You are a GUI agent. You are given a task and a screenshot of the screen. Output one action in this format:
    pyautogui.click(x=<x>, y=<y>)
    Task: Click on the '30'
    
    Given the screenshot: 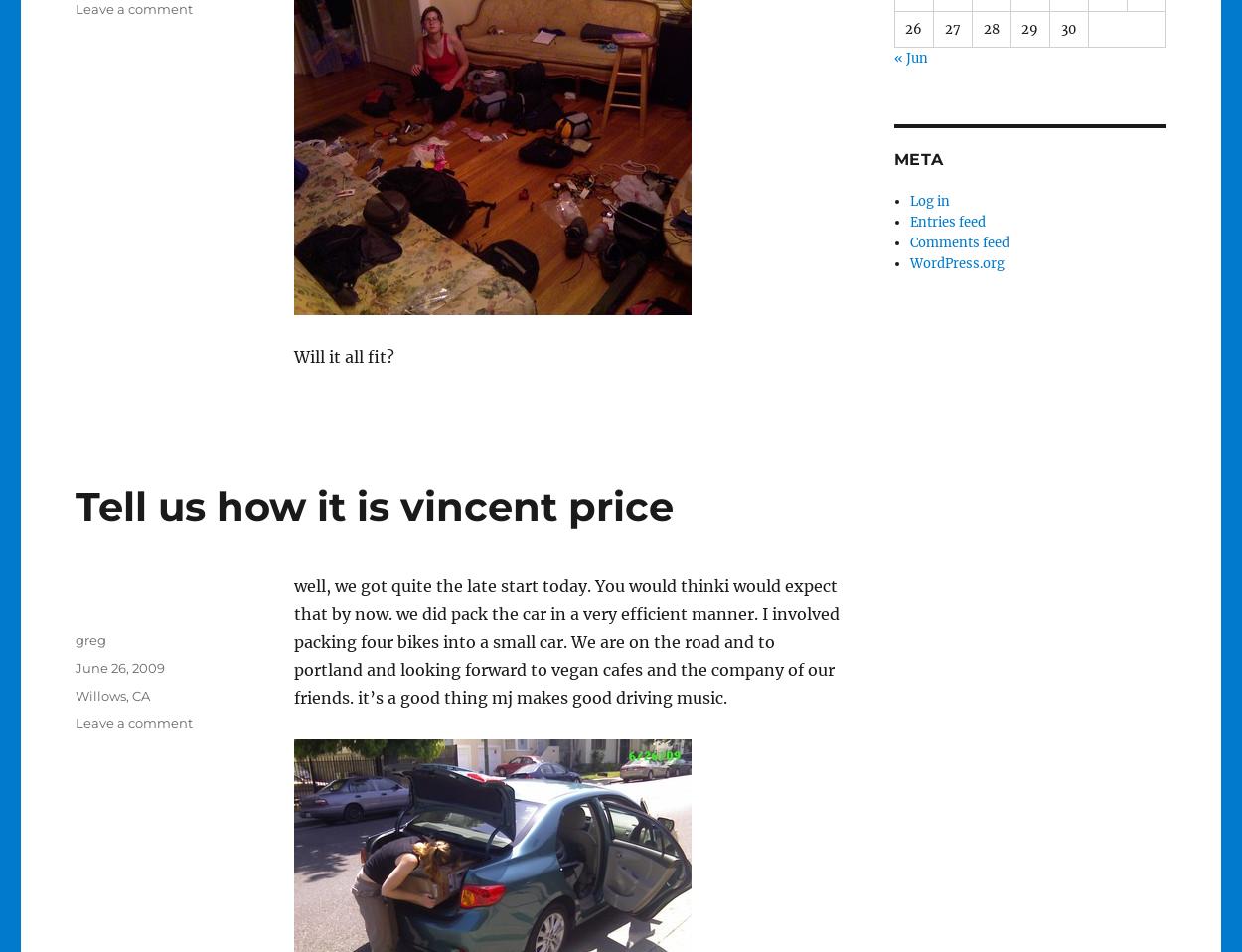 What is the action you would take?
    pyautogui.click(x=1067, y=27)
    